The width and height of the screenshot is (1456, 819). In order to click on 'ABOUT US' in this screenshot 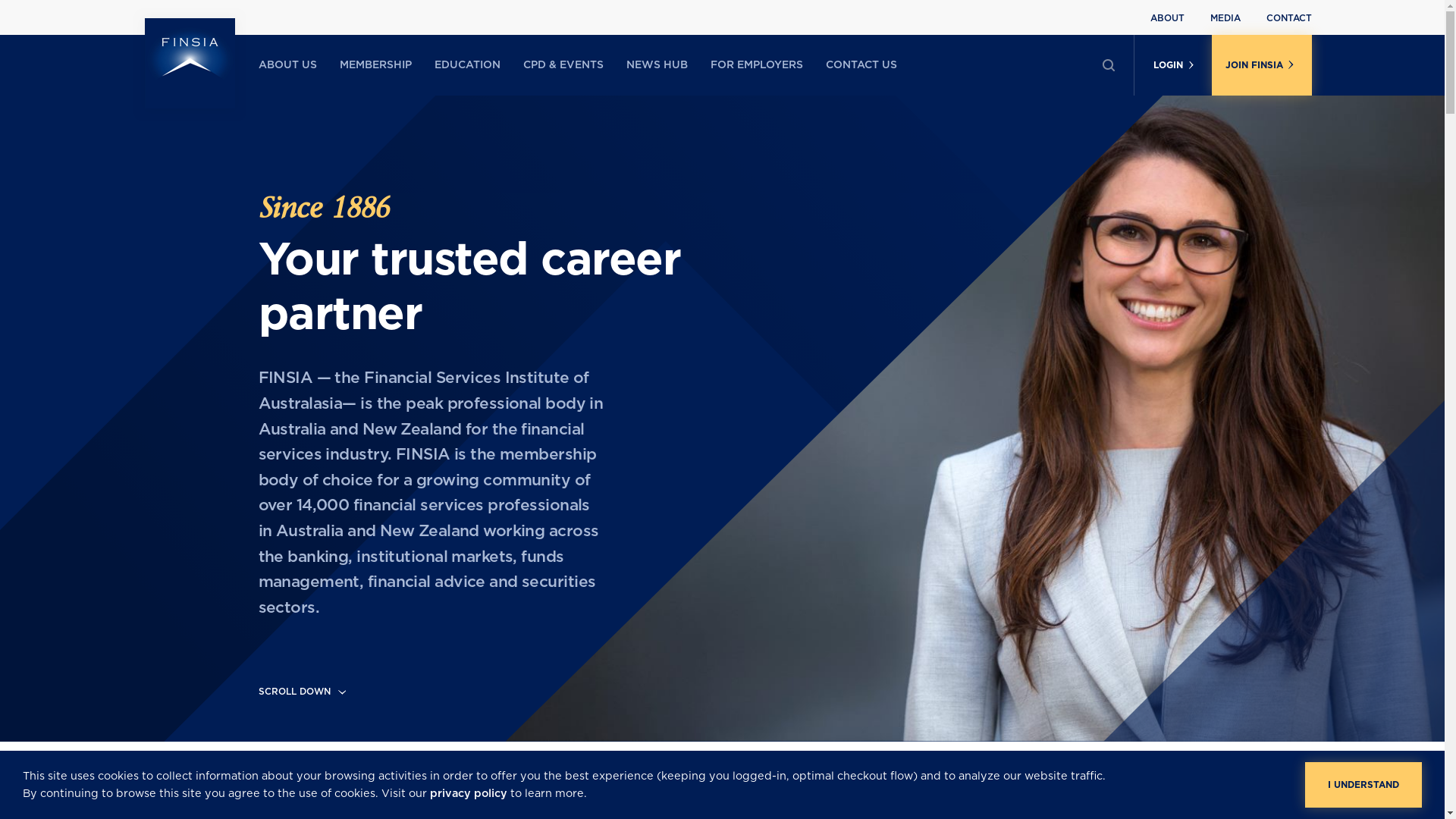, I will do `click(287, 64)`.